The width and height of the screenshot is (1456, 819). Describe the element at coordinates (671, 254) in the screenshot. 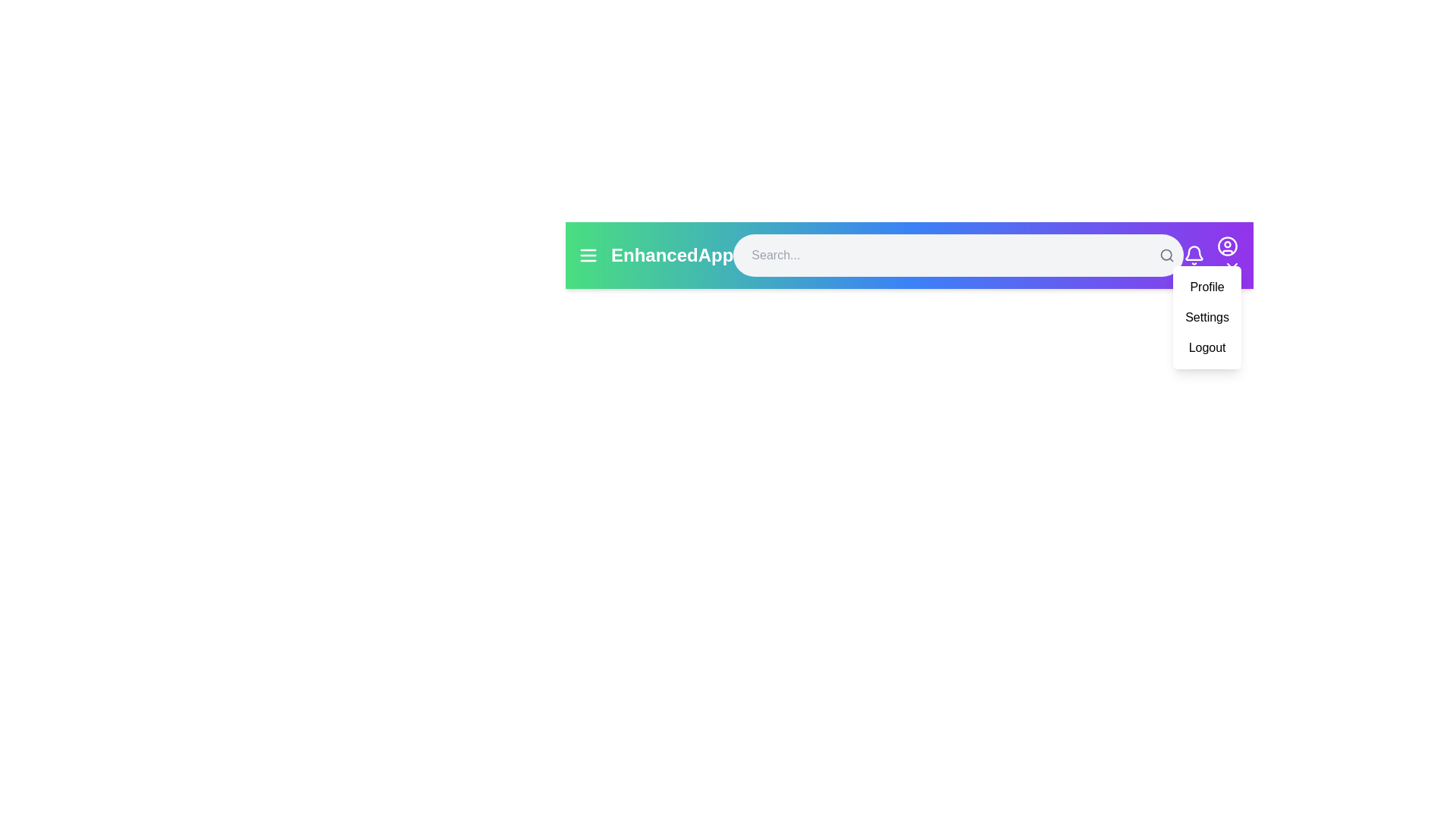

I see `the app title labeled 'EnhancedApp'` at that location.